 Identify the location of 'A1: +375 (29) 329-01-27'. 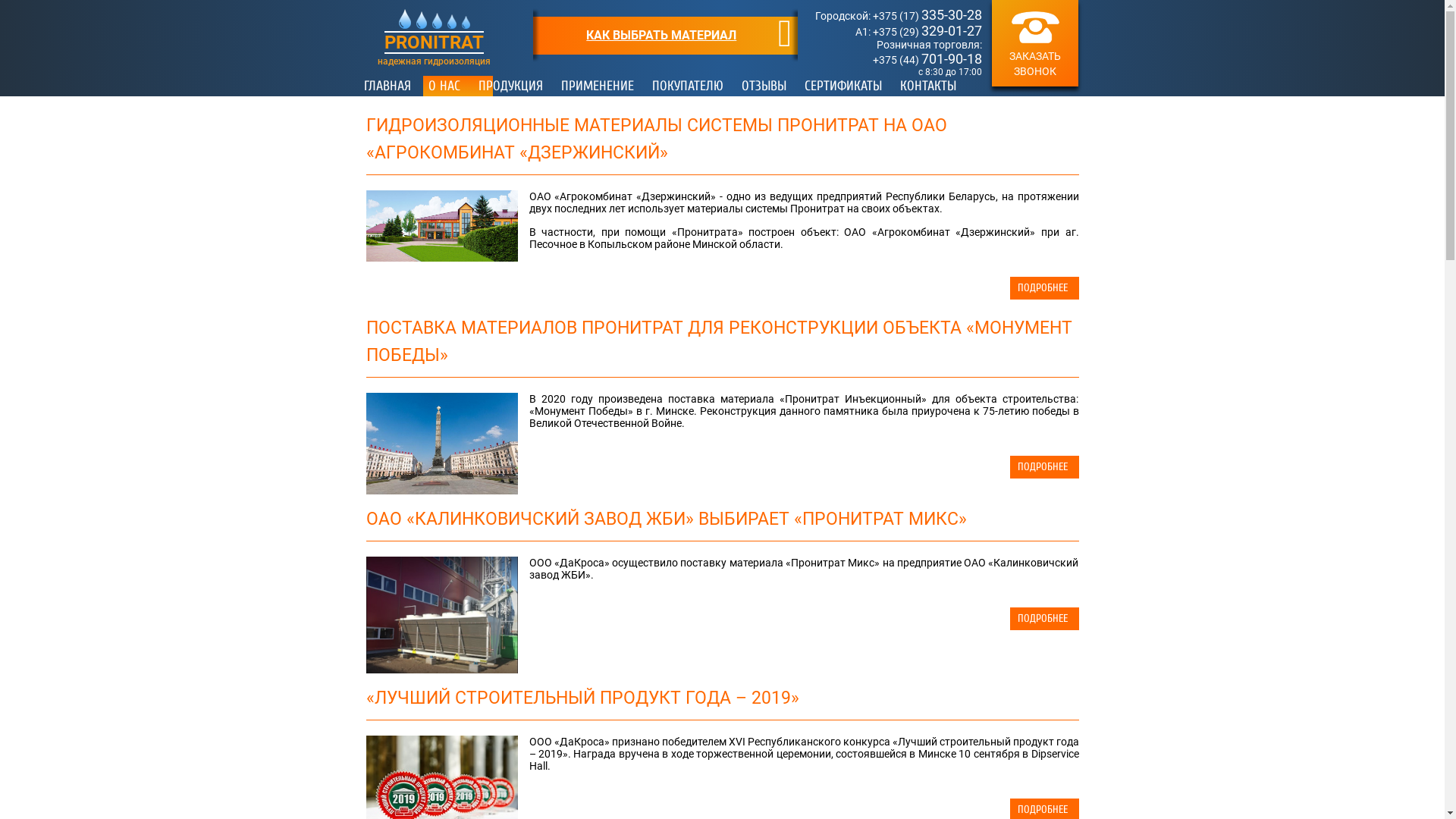
(855, 32).